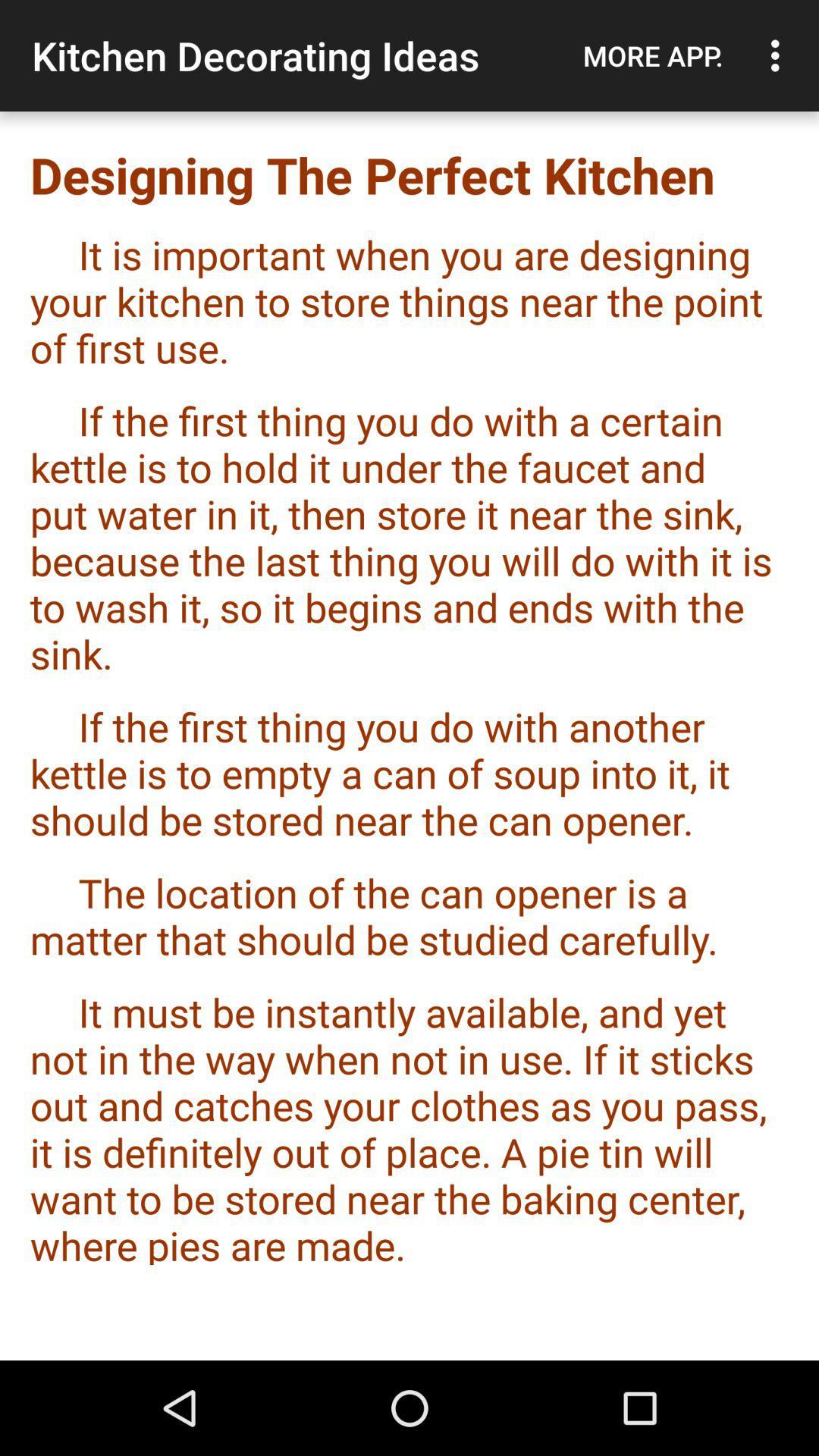  What do you see at coordinates (652, 55) in the screenshot?
I see `more app. icon` at bounding box center [652, 55].